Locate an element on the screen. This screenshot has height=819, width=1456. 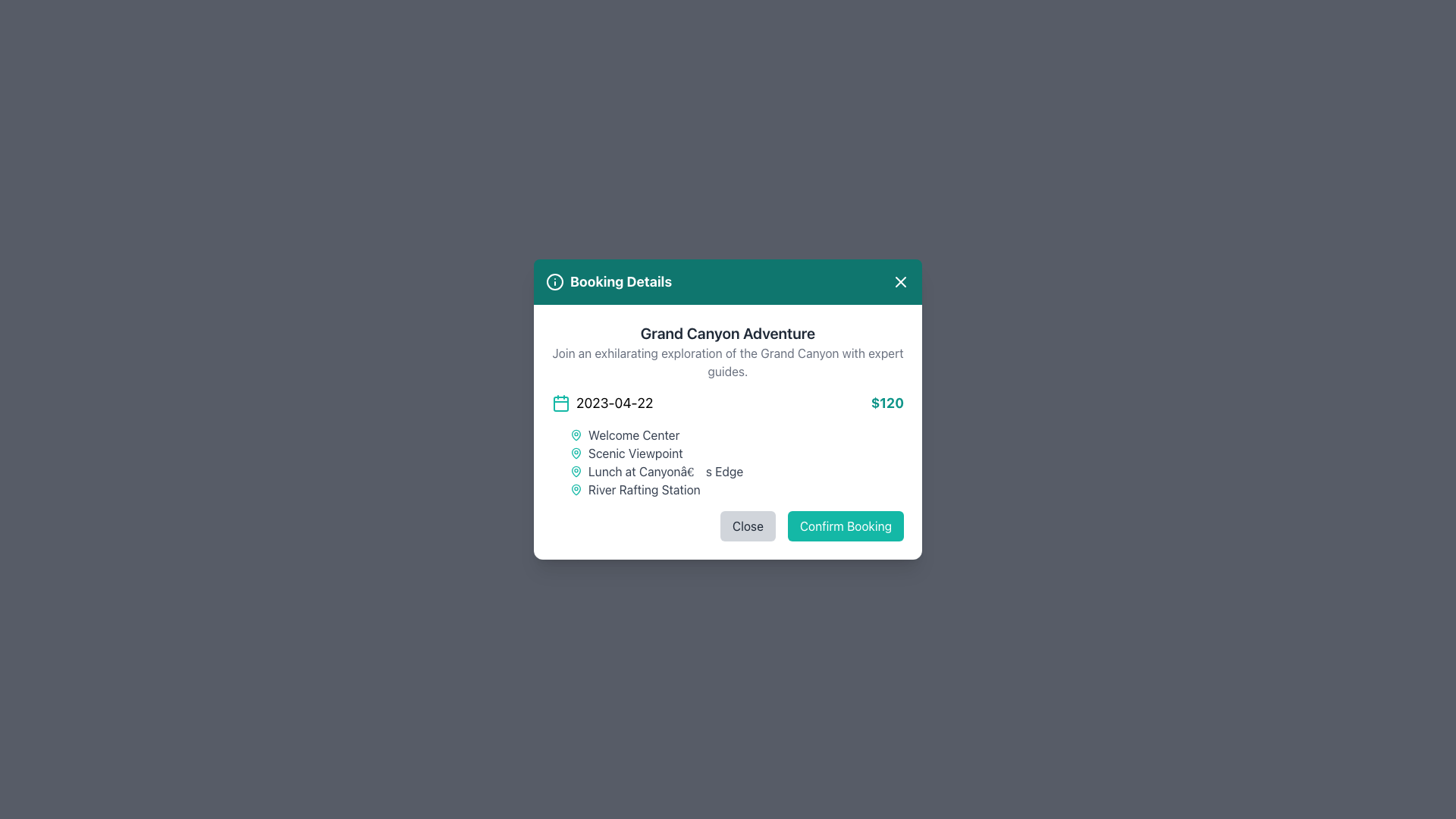
the circular teal Icon component located in the header of the 'Booking Details' popup window is located at coordinates (554, 281).